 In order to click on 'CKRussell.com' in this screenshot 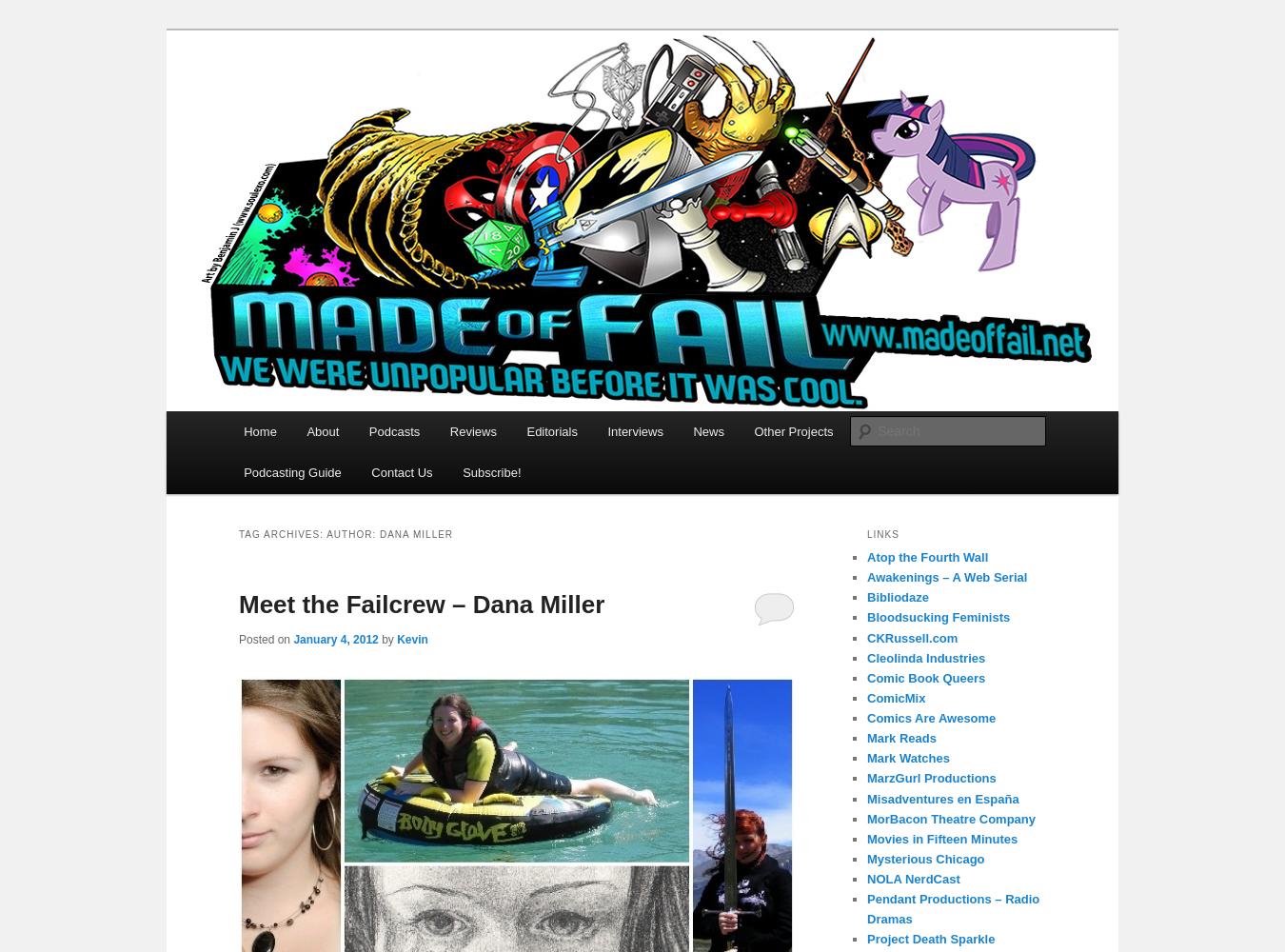, I will do `click(911, 637)`.